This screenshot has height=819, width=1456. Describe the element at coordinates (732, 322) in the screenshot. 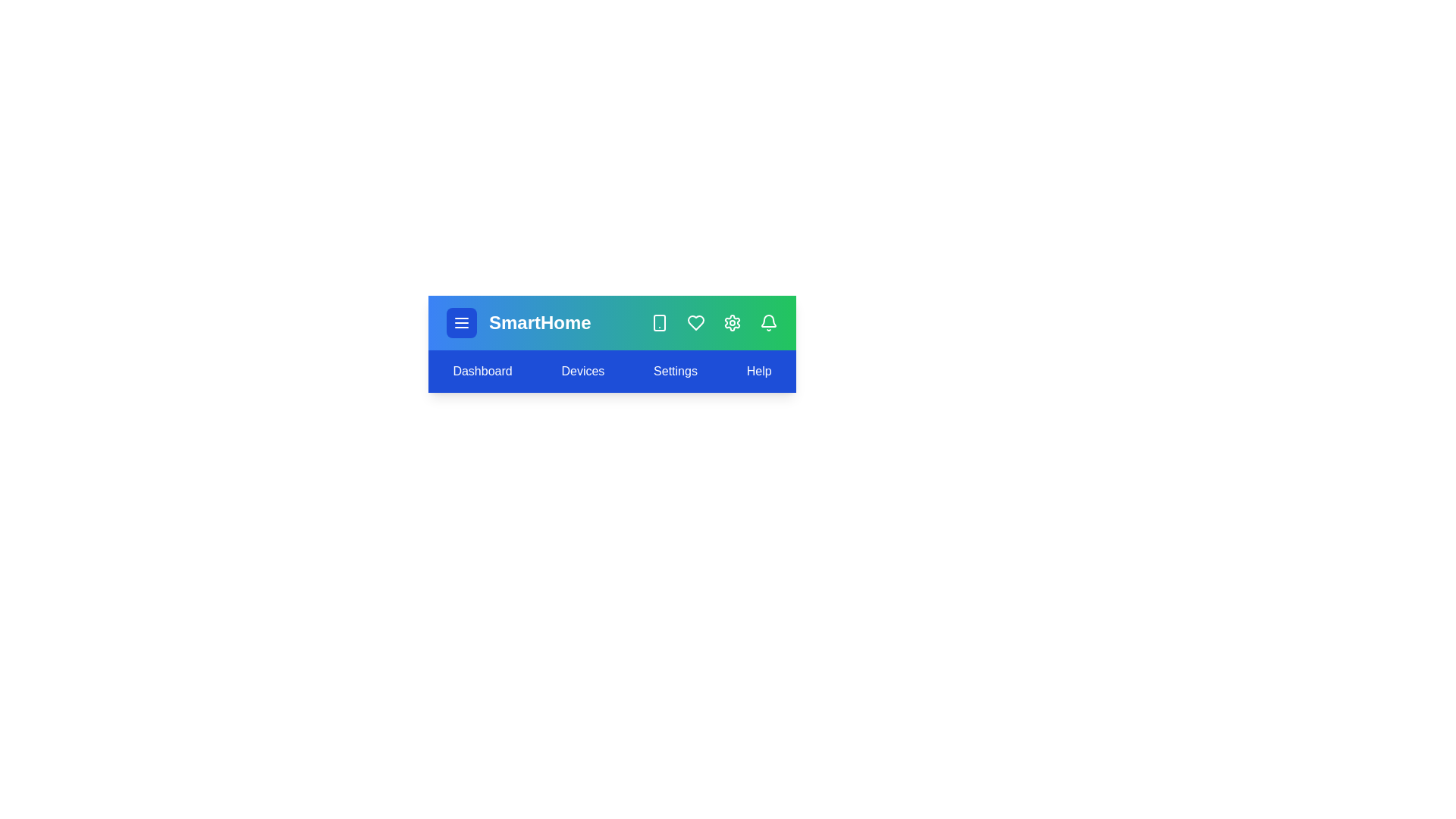

I see `the 'Settings' icon in the SmartHomeAppBar` at that location.